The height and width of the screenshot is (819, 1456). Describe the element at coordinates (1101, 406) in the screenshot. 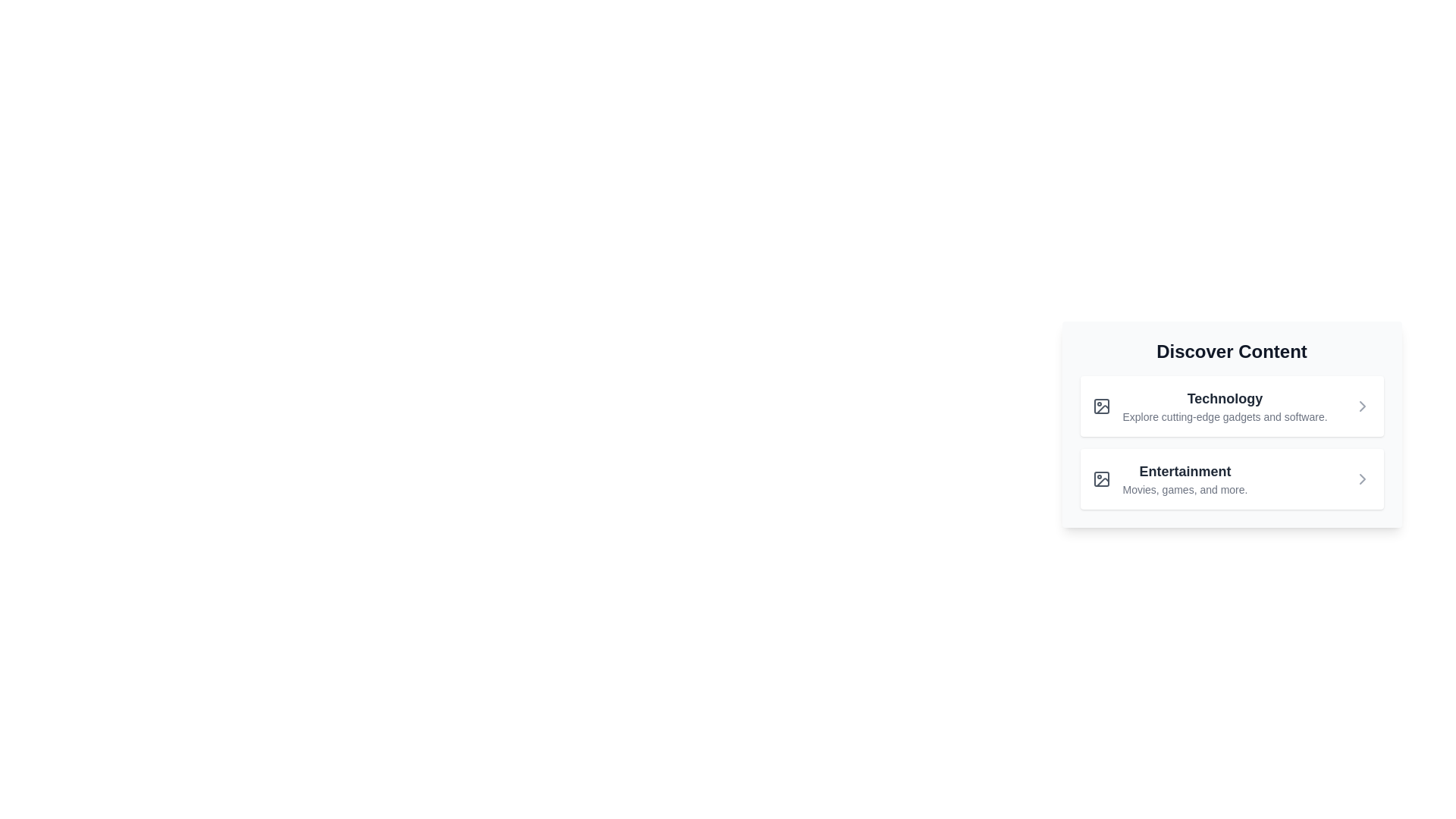

I see `SVG rectangle element that serves as a background for the icon, positioned within the icon structure, by clicking on its center` at that location.